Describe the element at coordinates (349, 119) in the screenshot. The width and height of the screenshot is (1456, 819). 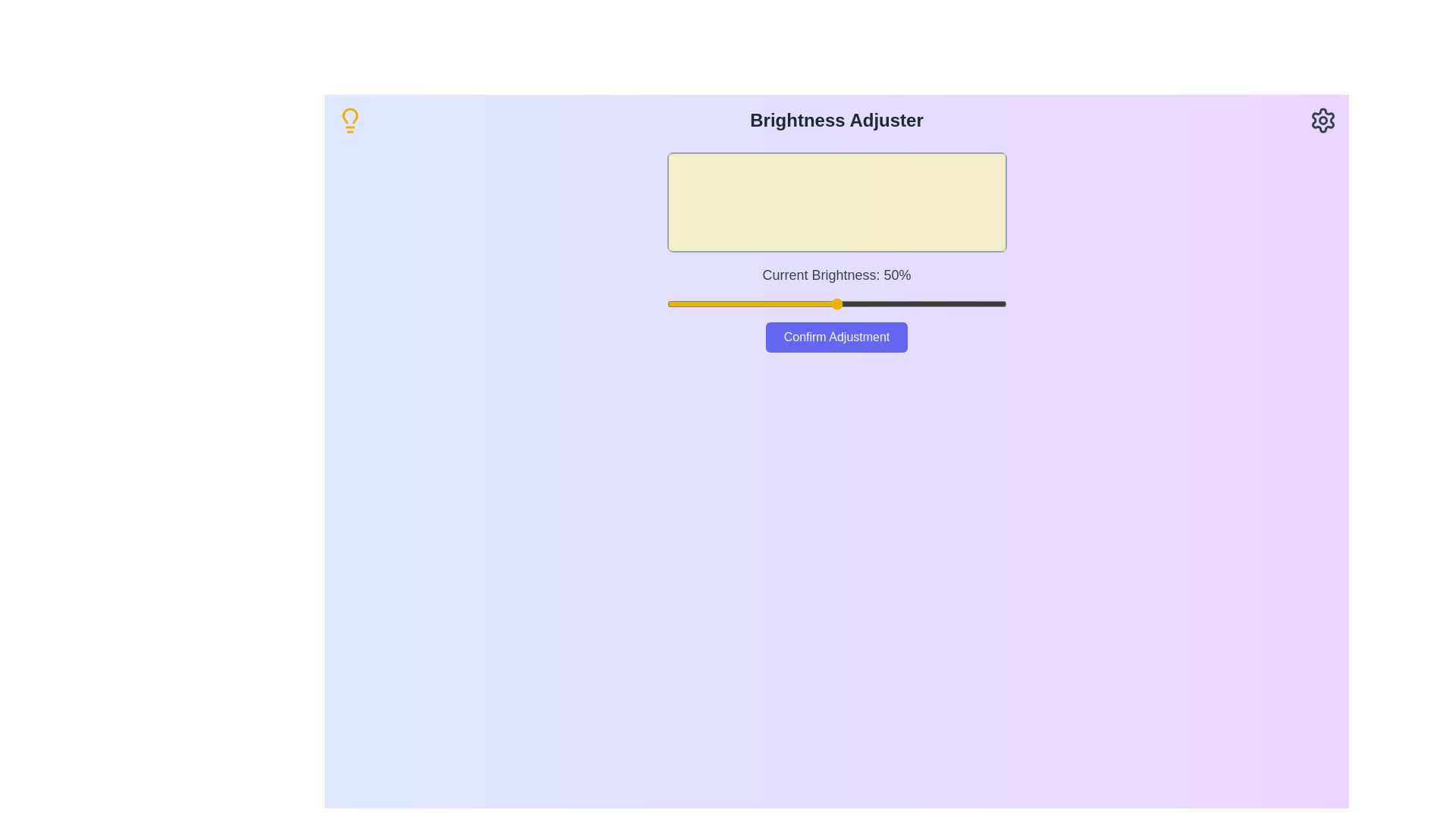
I see `the lightbulb icon in the header` at that location.